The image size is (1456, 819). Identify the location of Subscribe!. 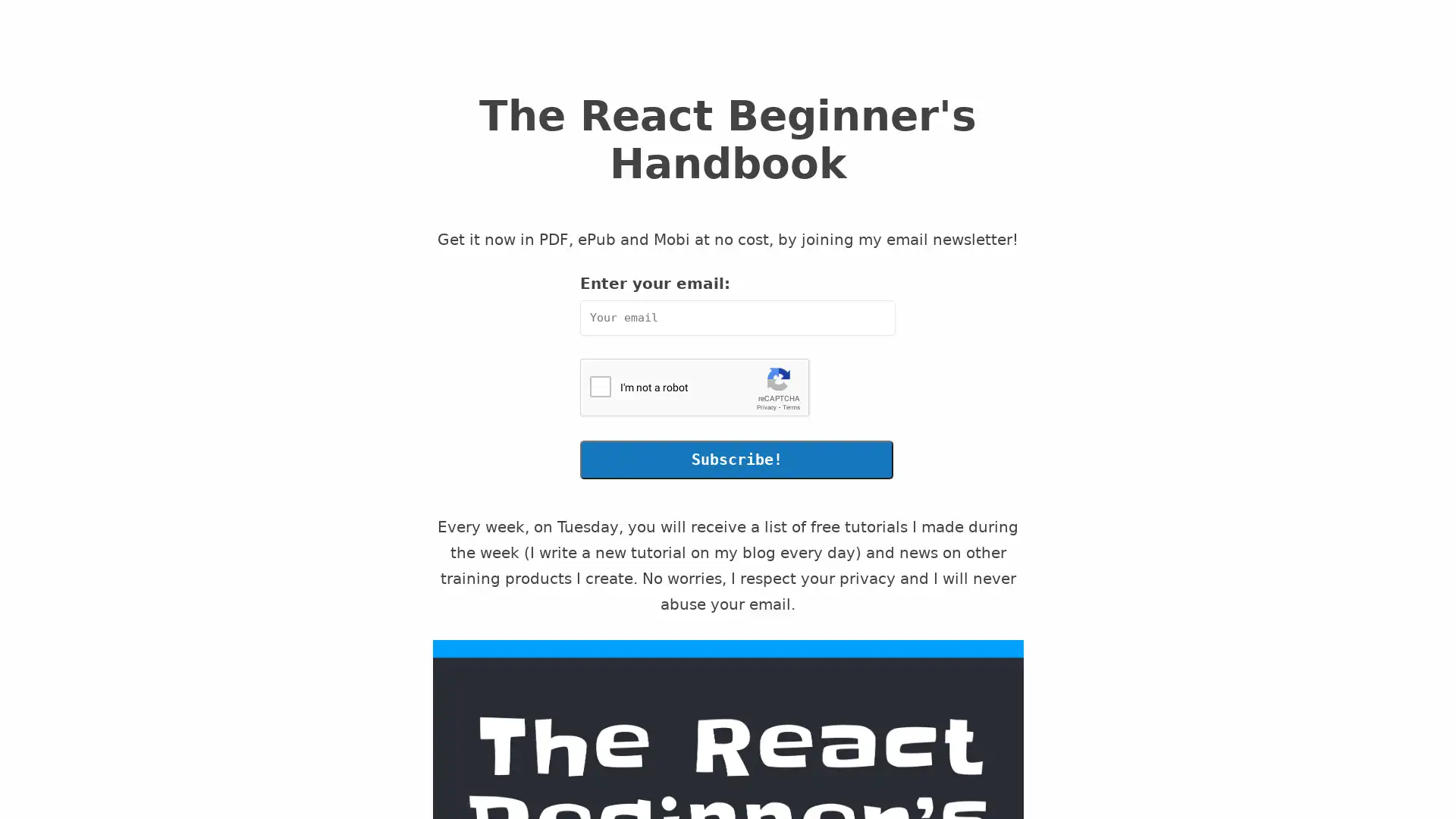
(736, 458).